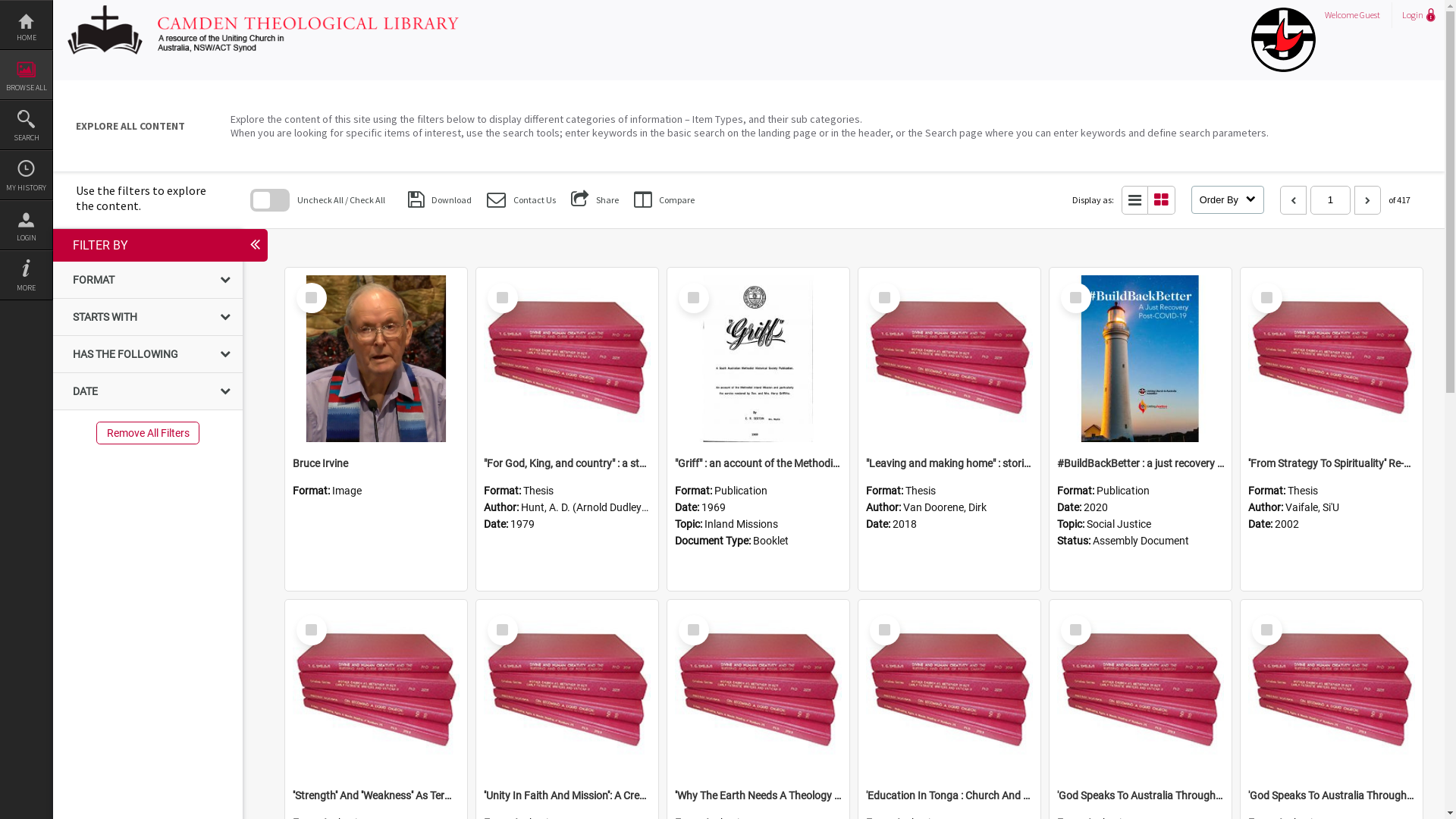 The width and height of the screenshot is (1456, 819). What do you see at coordinates (26, 75) in the screenshot?
I see `'BROWSE ALL'` at bounding box center [26, 75].